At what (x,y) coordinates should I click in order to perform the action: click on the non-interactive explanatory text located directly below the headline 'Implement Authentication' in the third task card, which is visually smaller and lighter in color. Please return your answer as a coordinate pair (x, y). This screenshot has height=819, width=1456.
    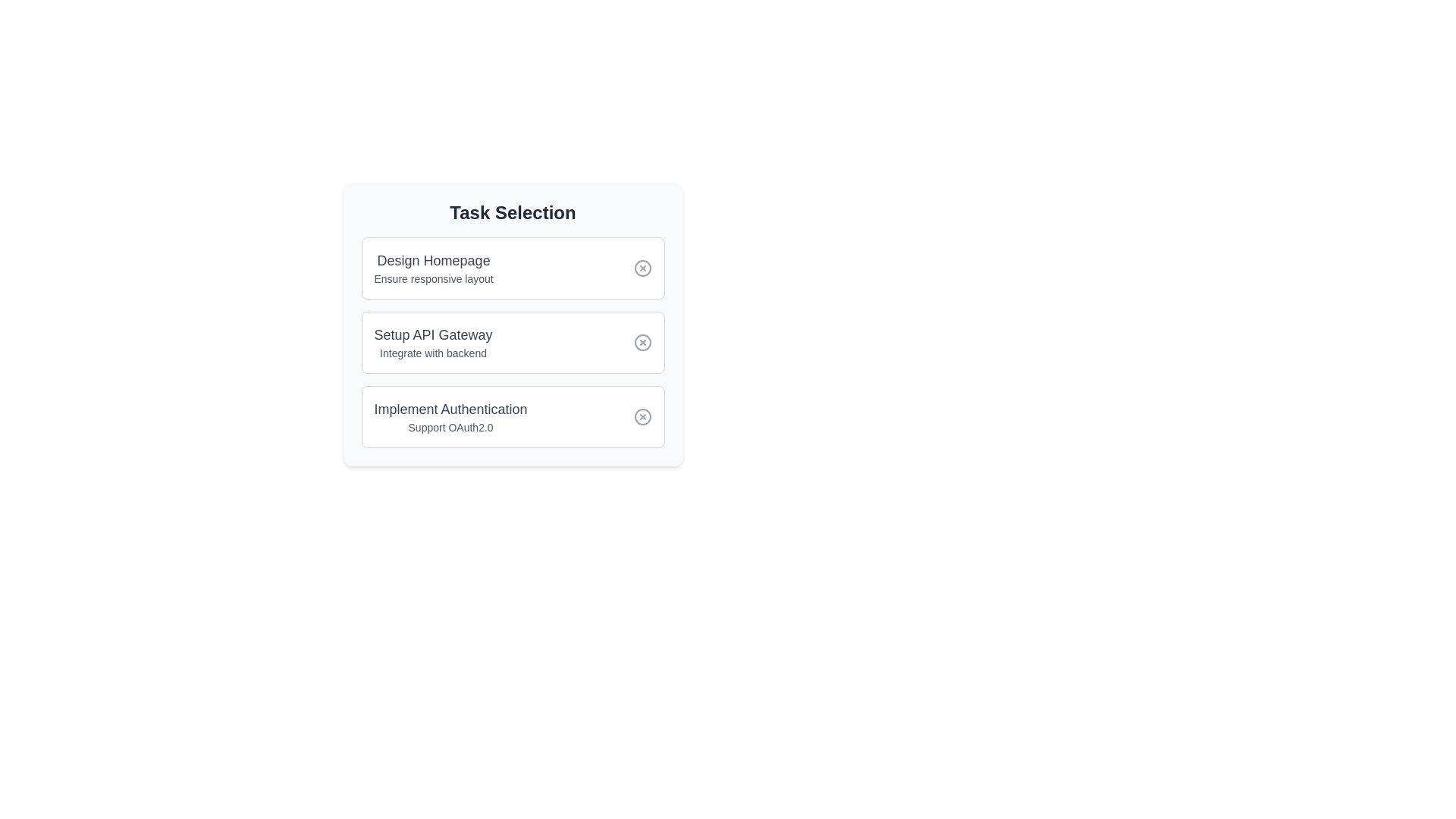
    Looking at the image, I should click on (450, 427).